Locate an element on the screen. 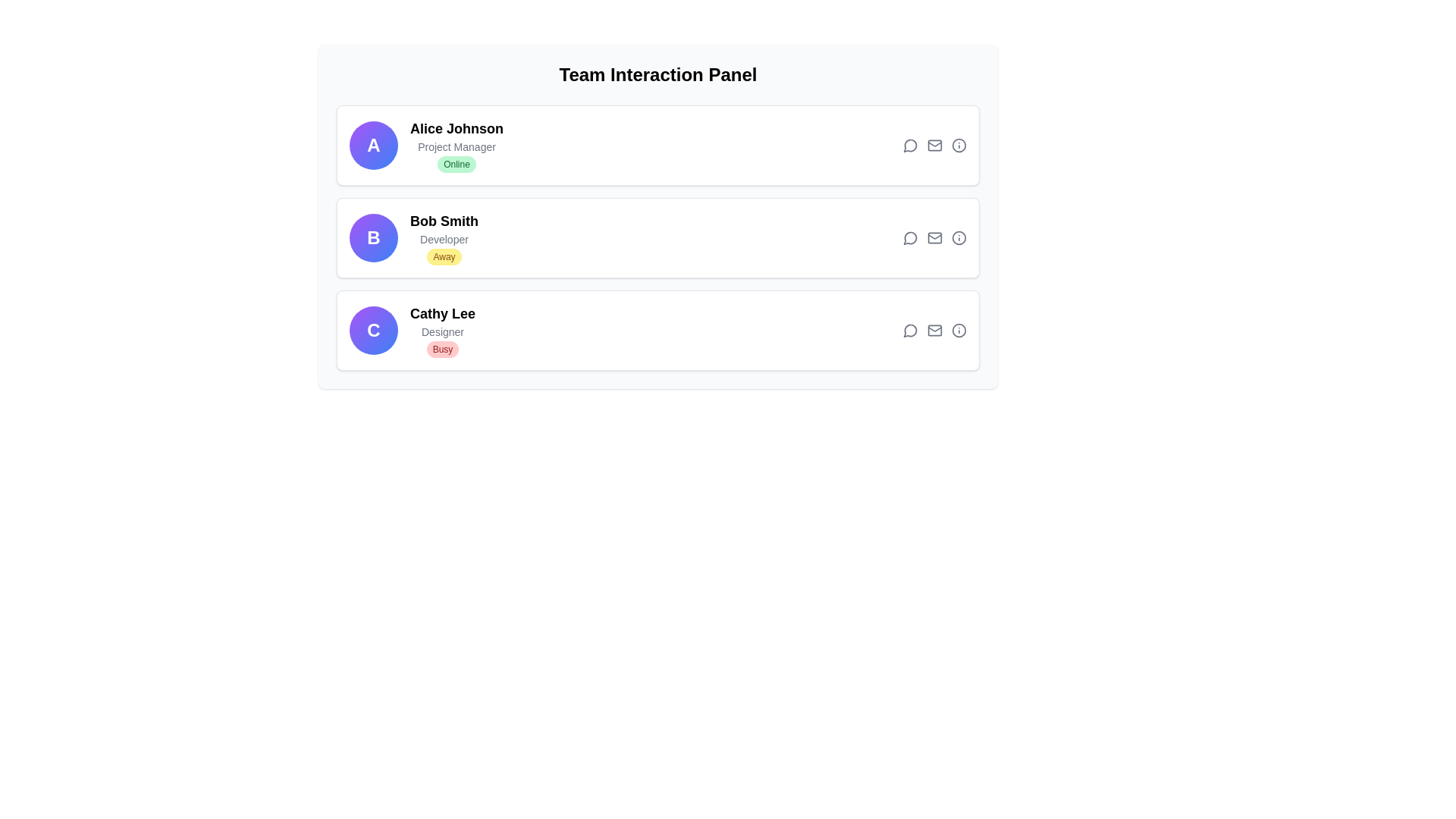 Image resolution: width=1456 pixels, height=819 pixels. the messaging icon located in the user card for 'Cathy Lee', which is the leftmost icon among four icons at the top right of the user's section is located at coordinates (910, 329).